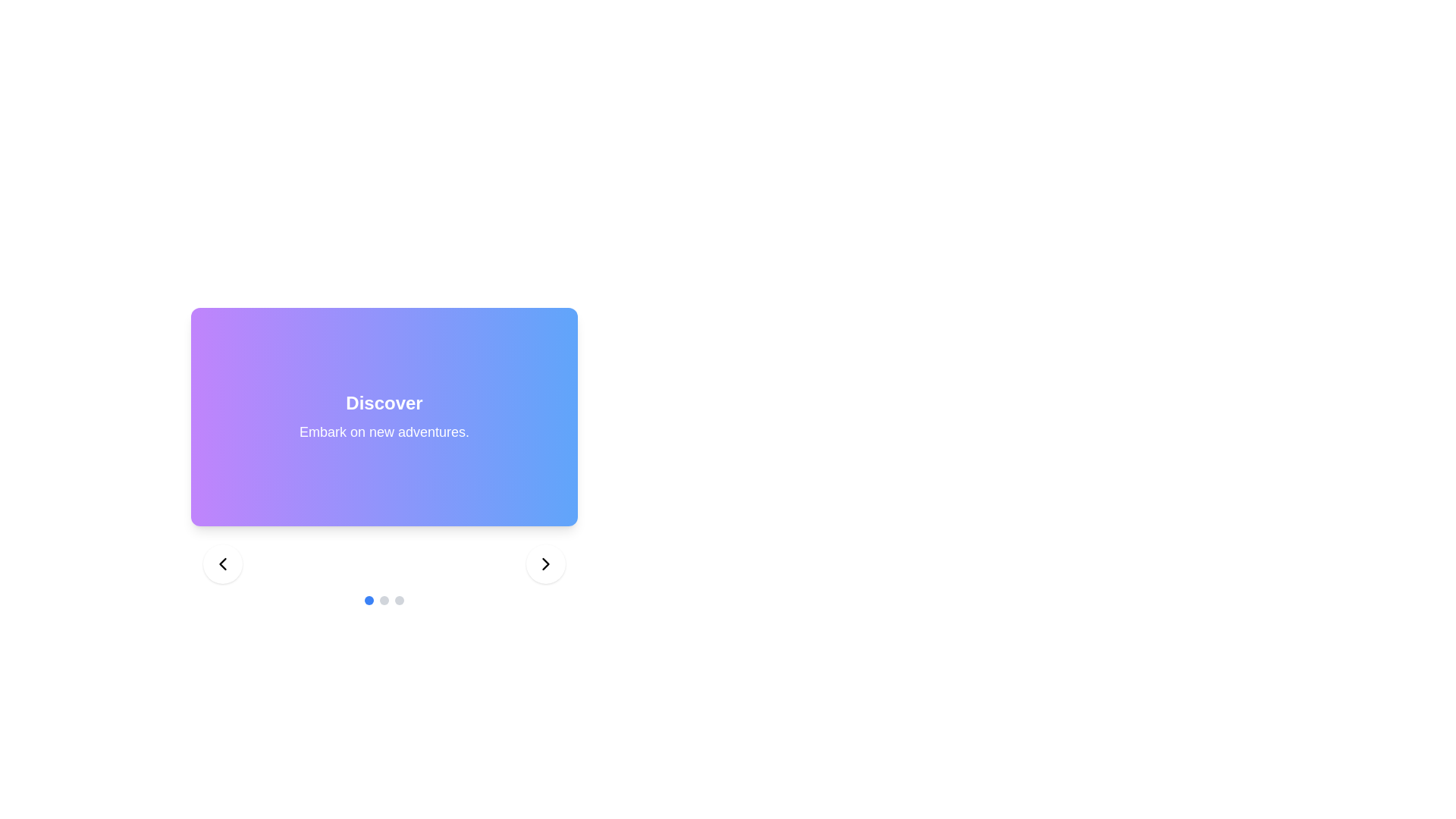  I want to click on the second dot indicator of the carousel navigation, which is positioned between the first blue circle and the gray circle, so click(384, 599).